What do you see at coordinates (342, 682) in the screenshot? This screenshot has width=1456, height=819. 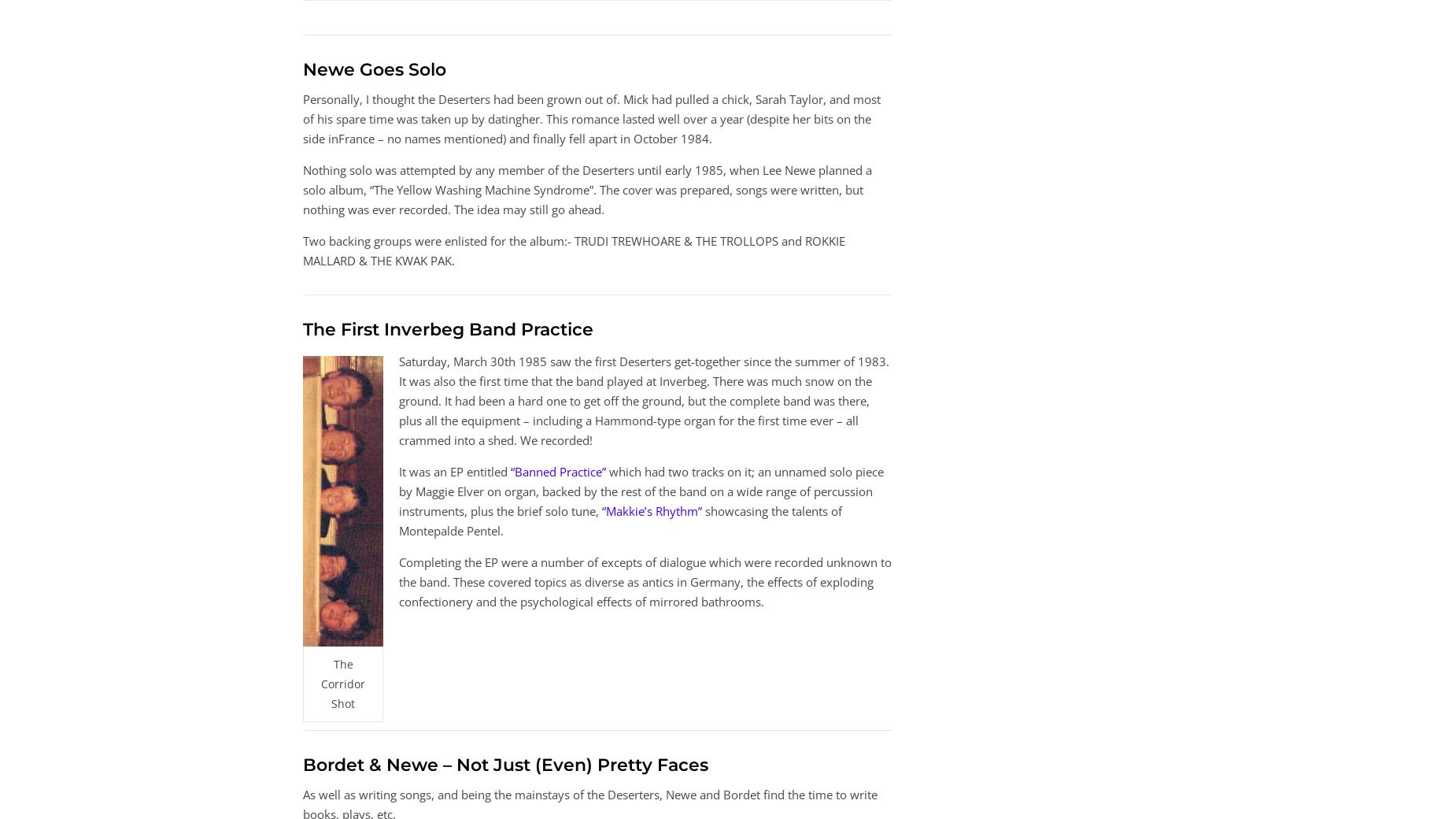 I see `'The Corridor Shot'` at bounding box center [342, 682].